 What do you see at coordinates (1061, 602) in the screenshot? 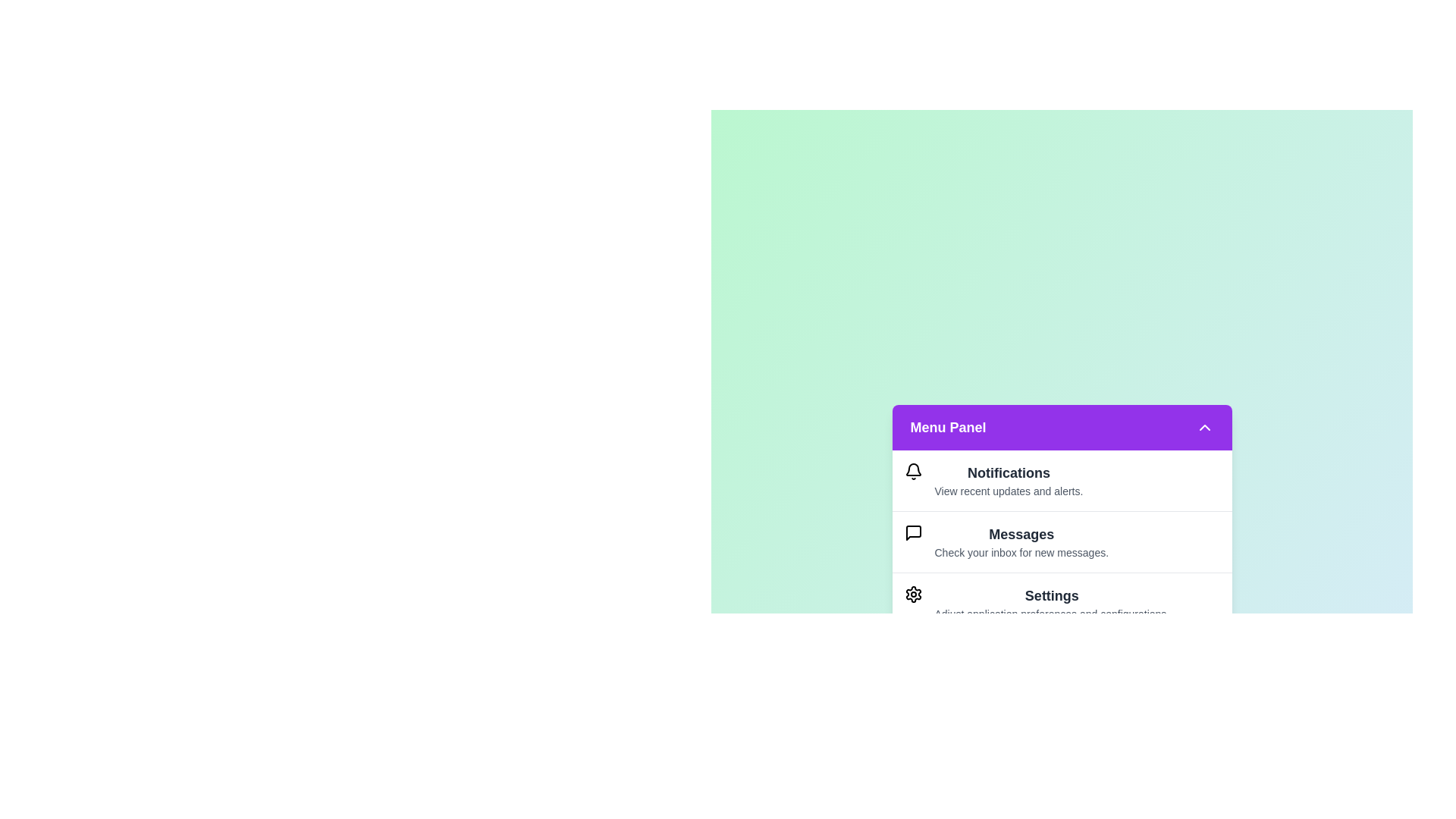
I see `the menu item Settings from the list` at bounding box center [1061, 602].